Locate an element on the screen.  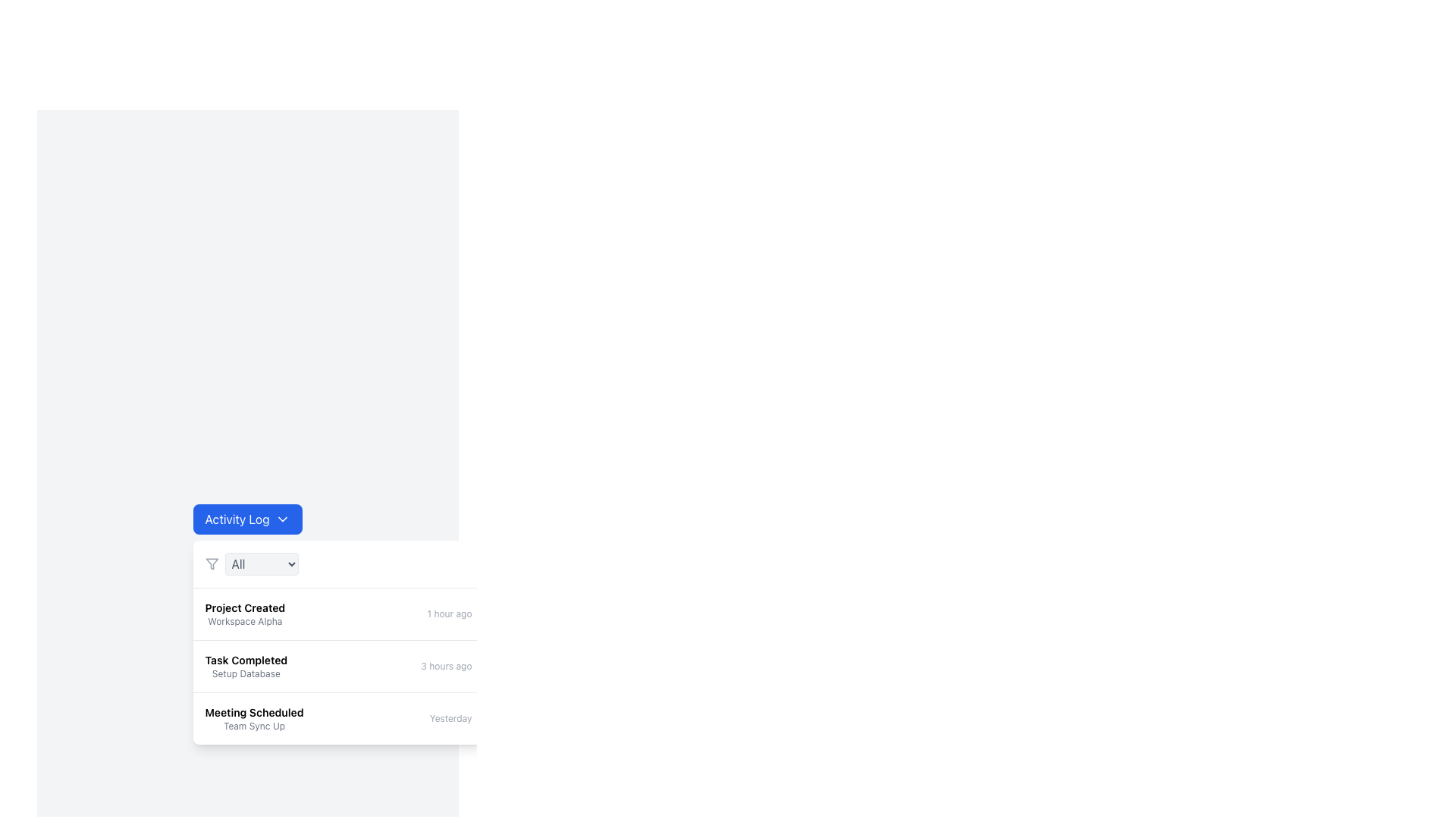
the text label displaying 'Task Completed', which is part of a vertically-stacked timeline in a dropdown panel is located at coordinates (246, 660).